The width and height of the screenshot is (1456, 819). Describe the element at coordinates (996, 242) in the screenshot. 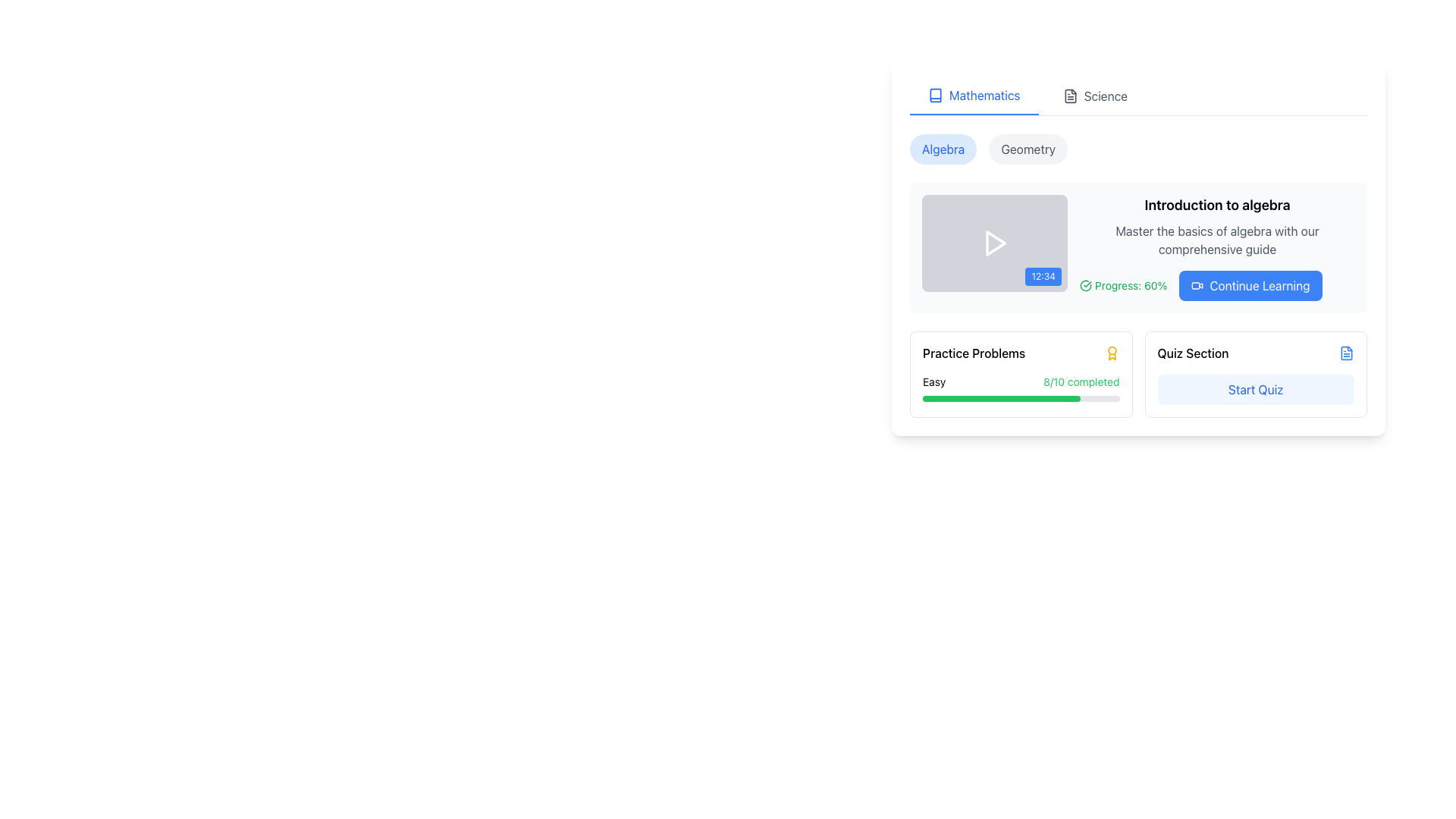

I see `the play button styled as an SVG graphic located centrally within the gray rectangle of the video thumbnail for the 'Introduction to algebra' module` at that location.